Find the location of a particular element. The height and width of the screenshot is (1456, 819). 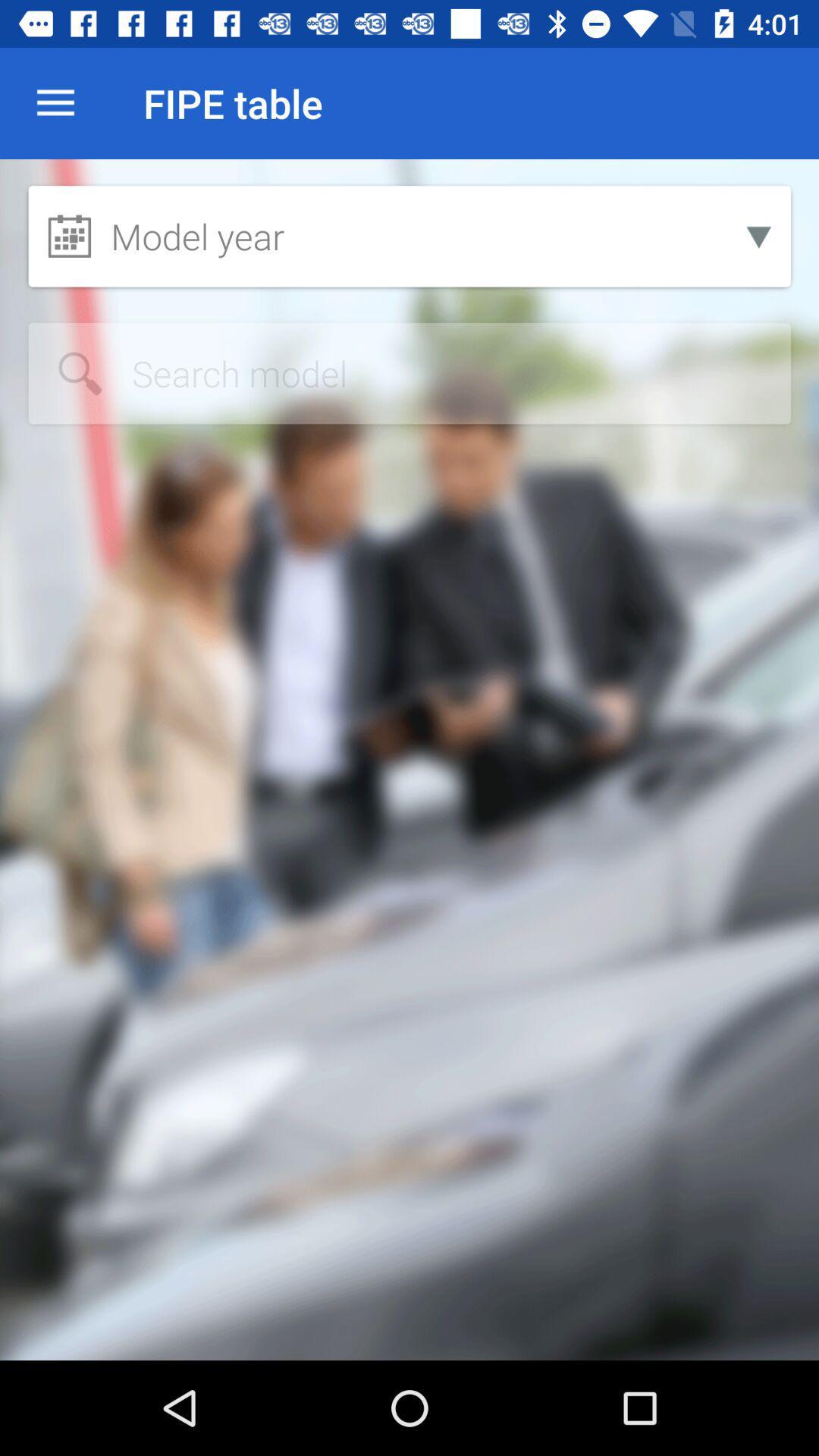

icon next to the fipe table is located at coordinates (55, 102).